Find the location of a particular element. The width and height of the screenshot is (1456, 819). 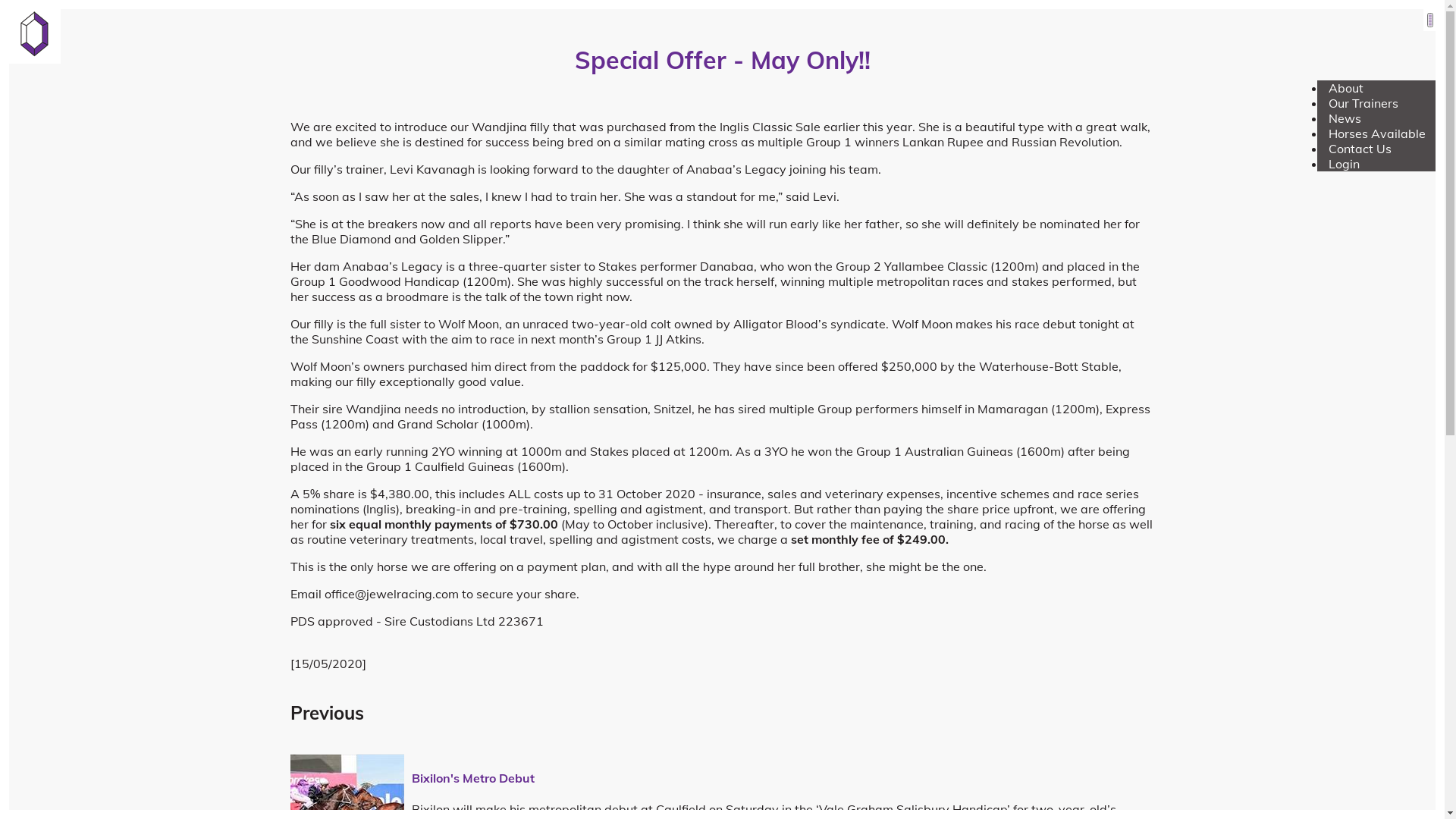

'About' is located at coordinates (1346, 87).